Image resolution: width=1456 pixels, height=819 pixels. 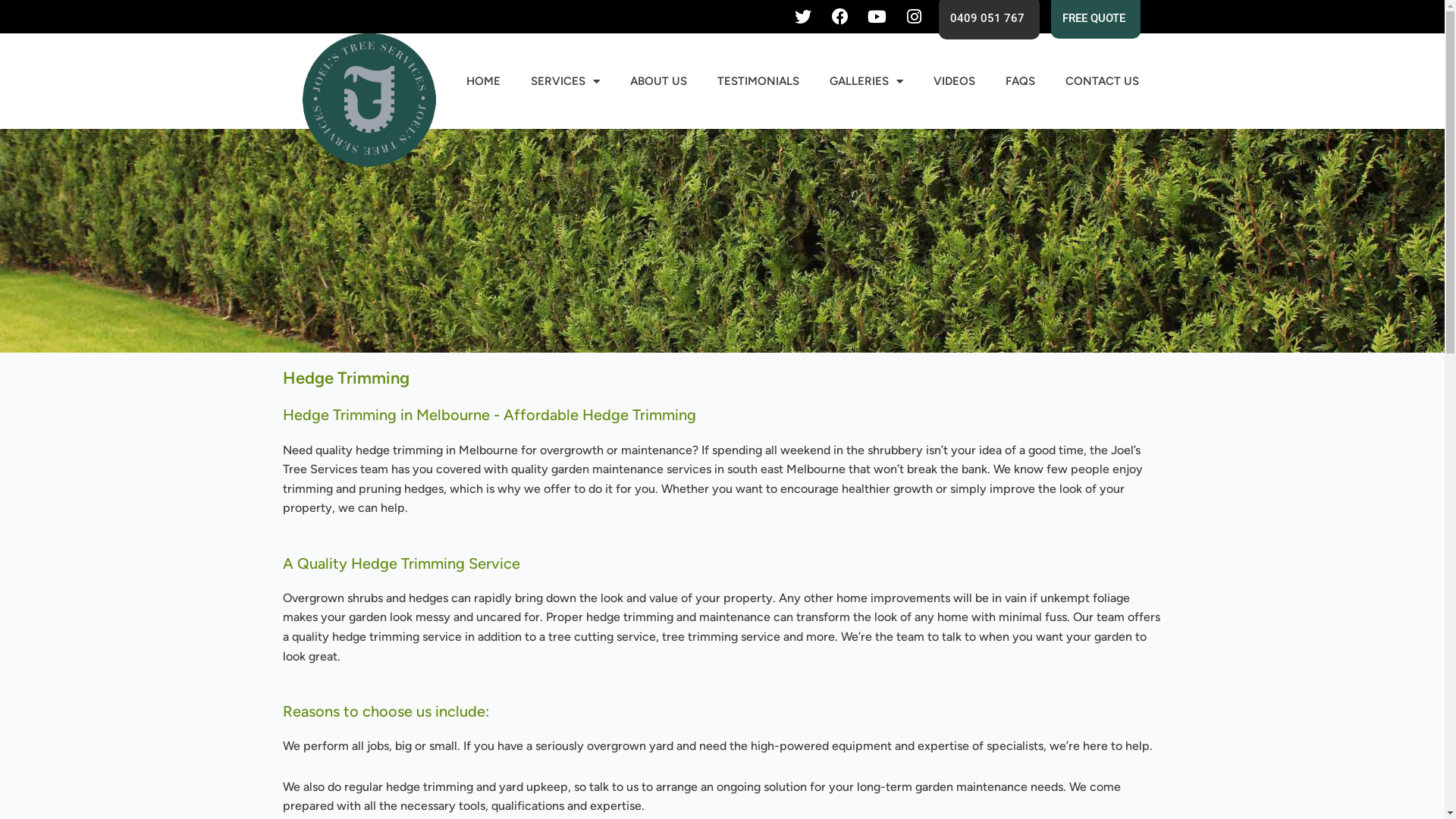 I want to click on 'ABOUT US', so click(x=658, y=81).